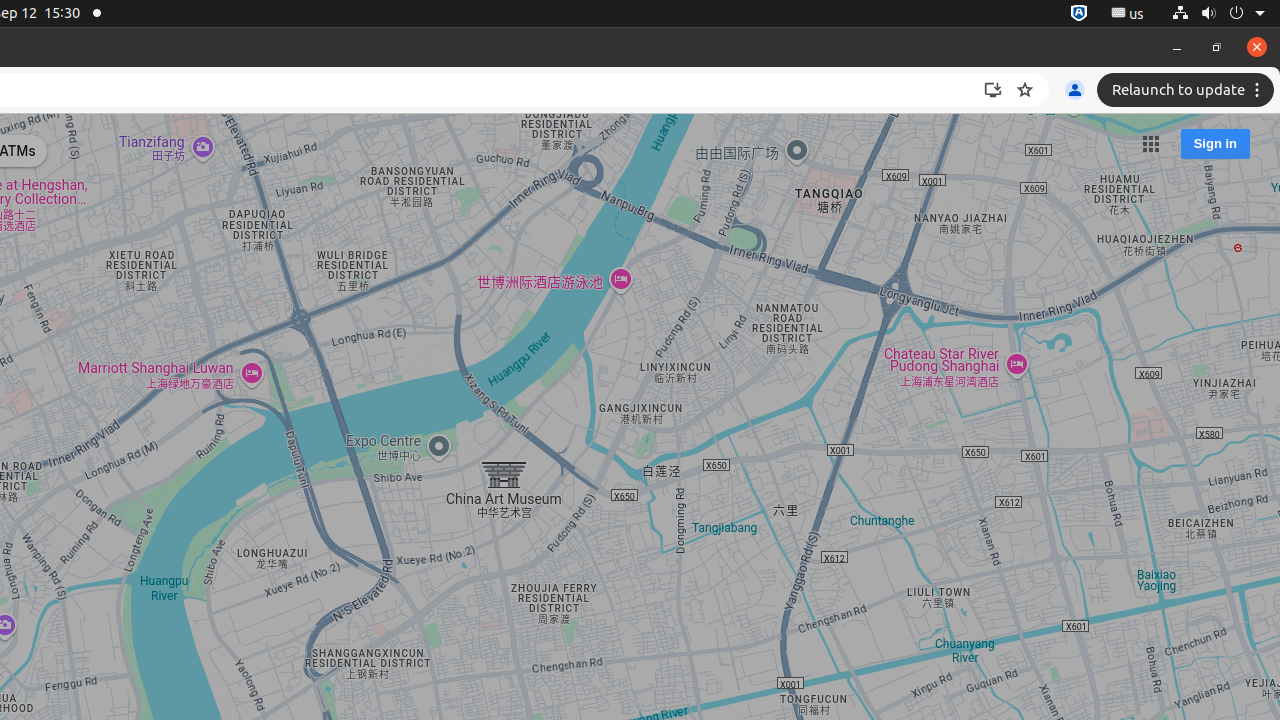  Describe the element at coordinates (1150, 142) in the screenshot. I see `'Google apps'` at that location.